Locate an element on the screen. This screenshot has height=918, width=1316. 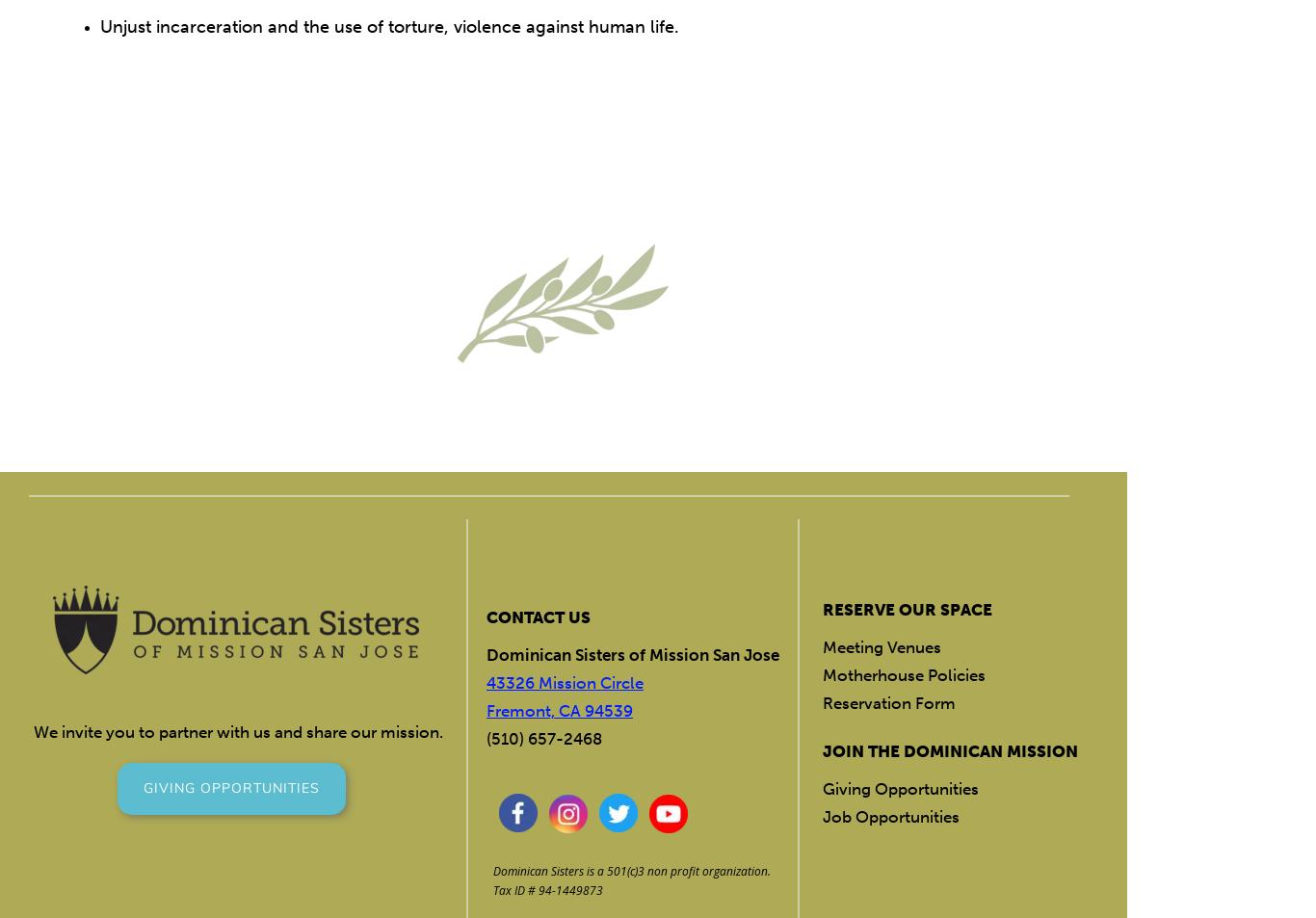
'Dominican Sisters is a 501(c)3 non profit organization.' is located at coordinates (630, 871).